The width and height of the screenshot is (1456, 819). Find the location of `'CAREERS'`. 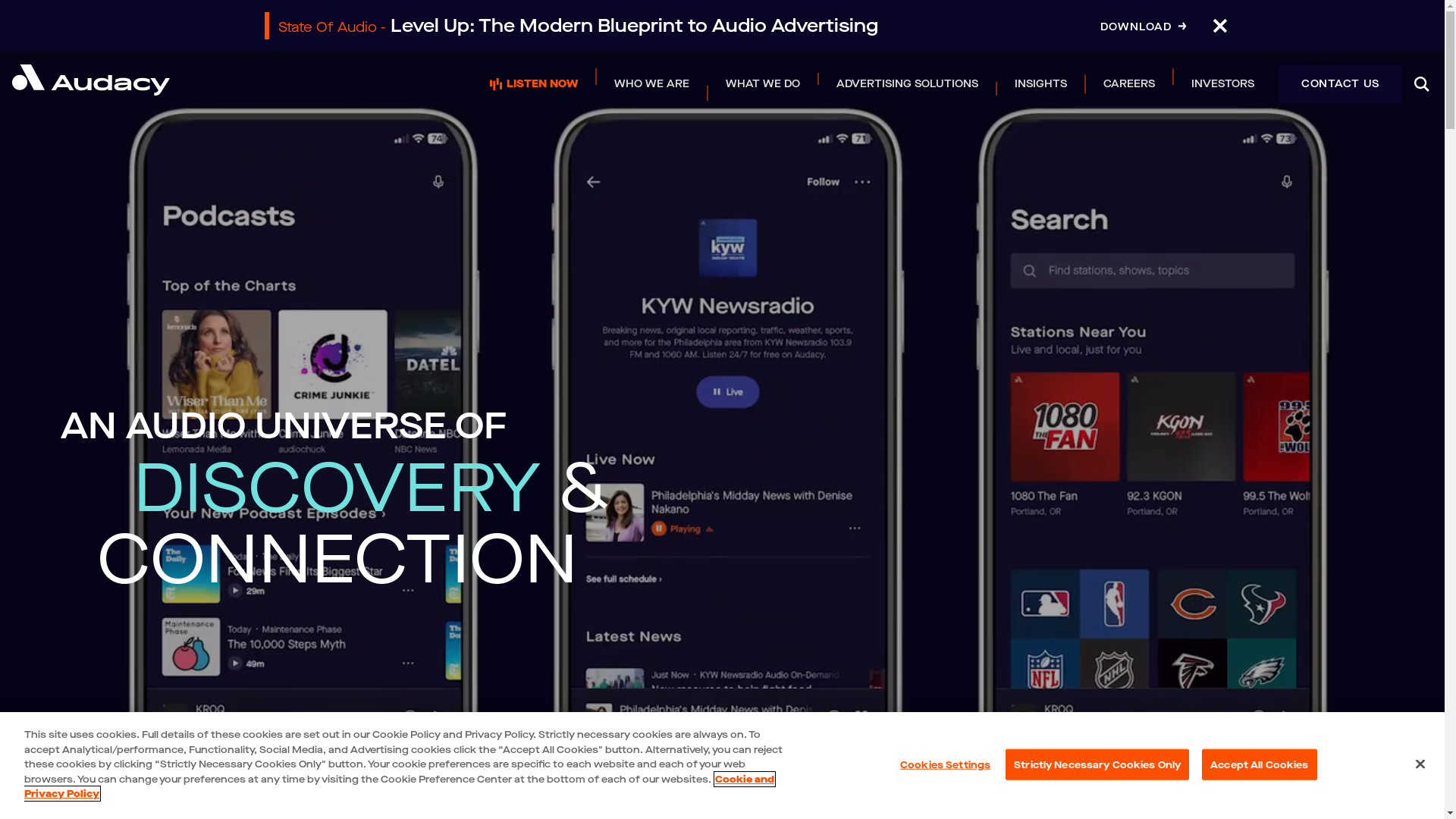

'CAREERS' is located at coordinates (1128, 83).